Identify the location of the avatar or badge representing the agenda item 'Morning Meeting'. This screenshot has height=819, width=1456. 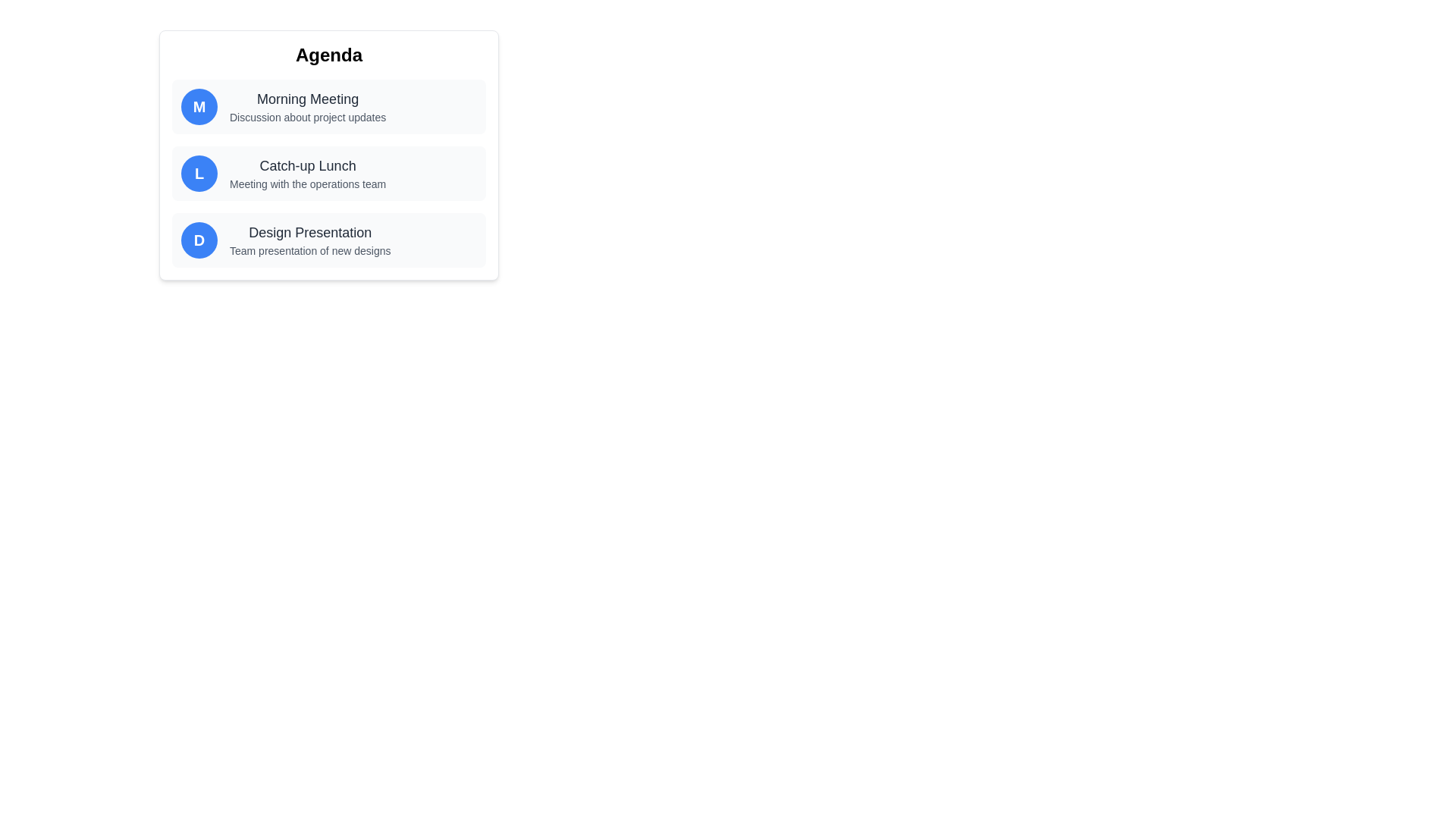
(199, 106).